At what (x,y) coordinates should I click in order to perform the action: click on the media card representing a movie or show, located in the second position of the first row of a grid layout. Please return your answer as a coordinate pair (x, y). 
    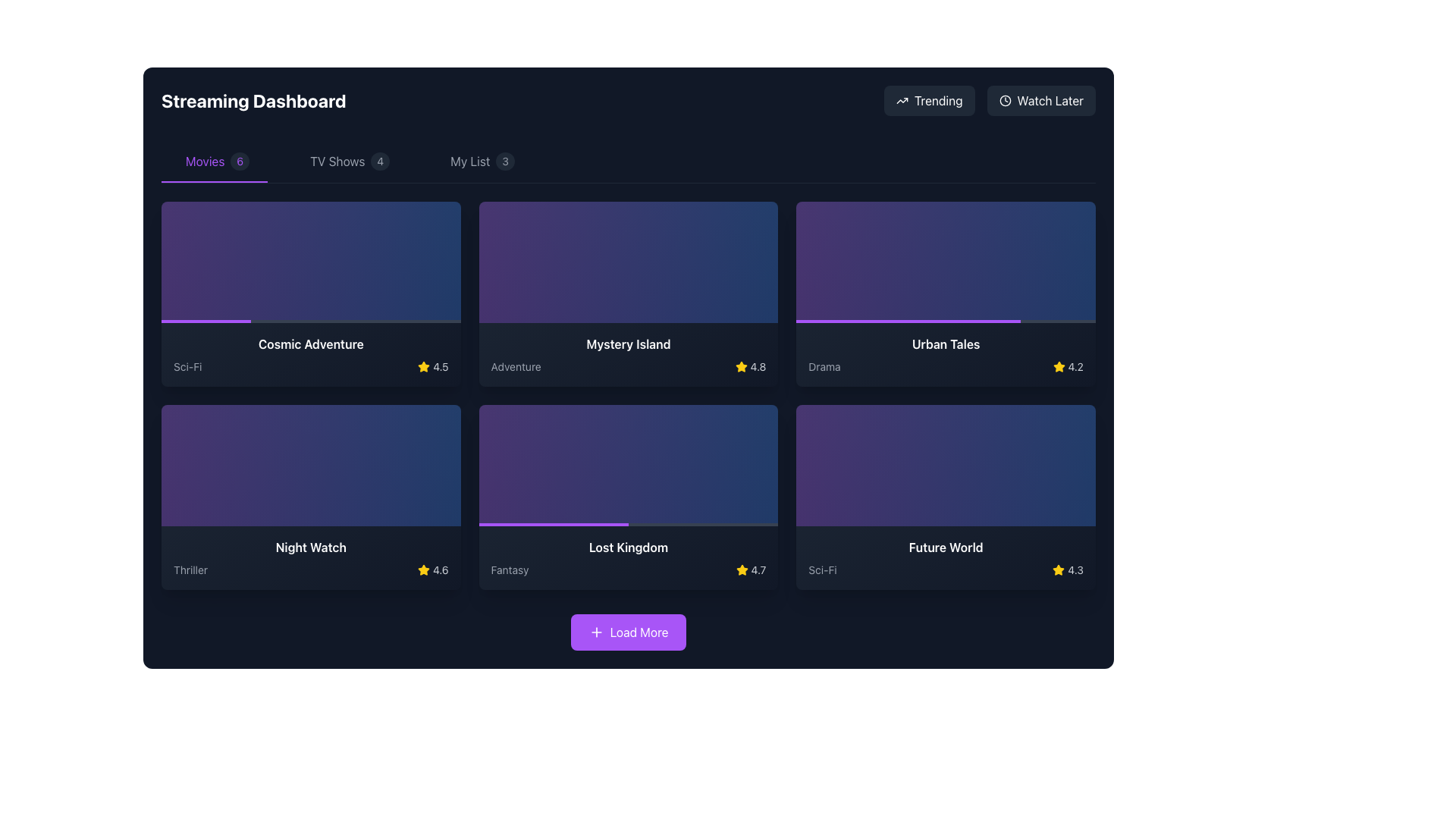
    Looking at the image, I should click on (629, 294).